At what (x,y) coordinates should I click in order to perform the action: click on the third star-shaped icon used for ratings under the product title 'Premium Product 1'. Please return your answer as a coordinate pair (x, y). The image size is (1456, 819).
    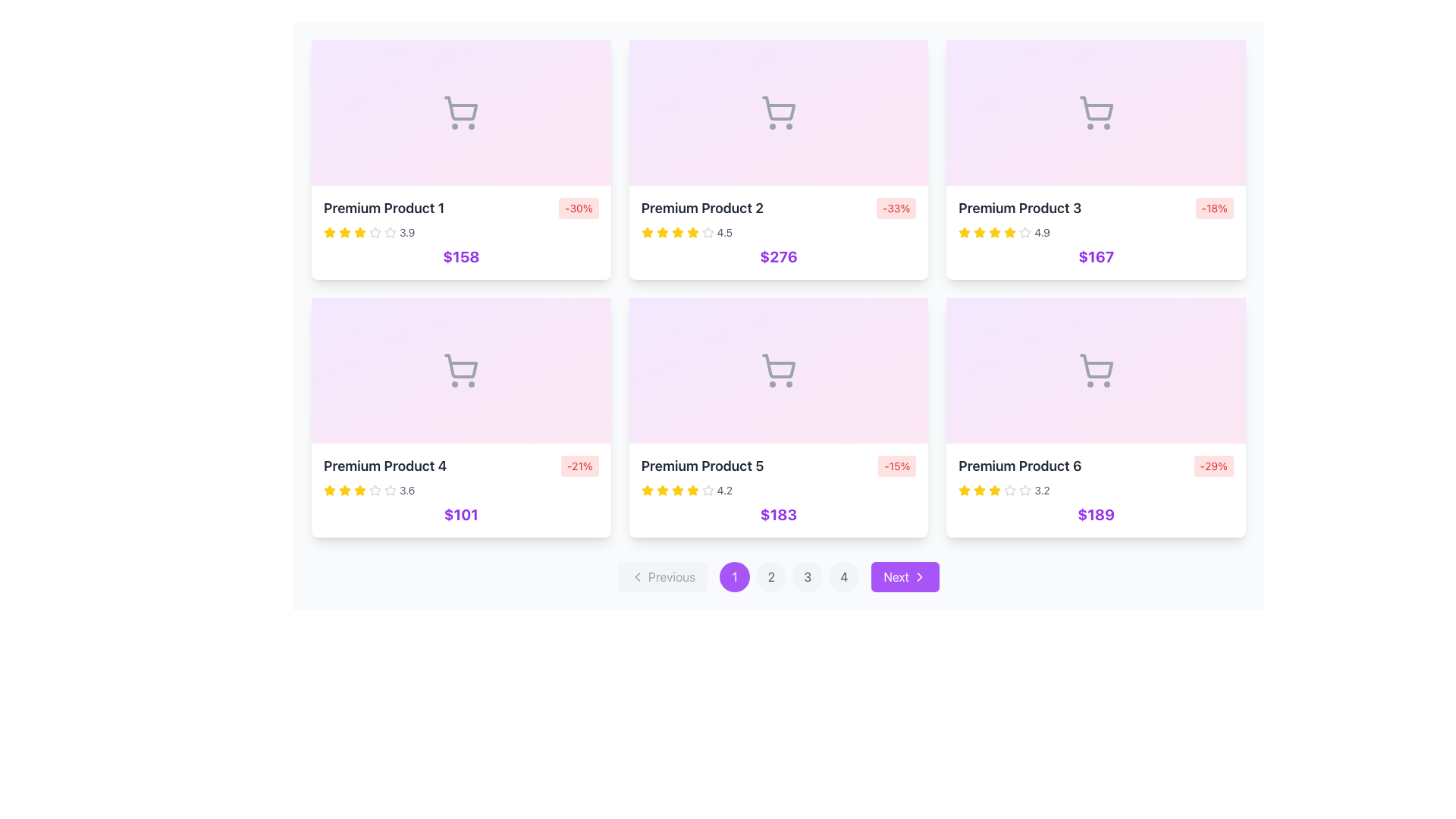
    Looking at the image, I should click on (375, 232).